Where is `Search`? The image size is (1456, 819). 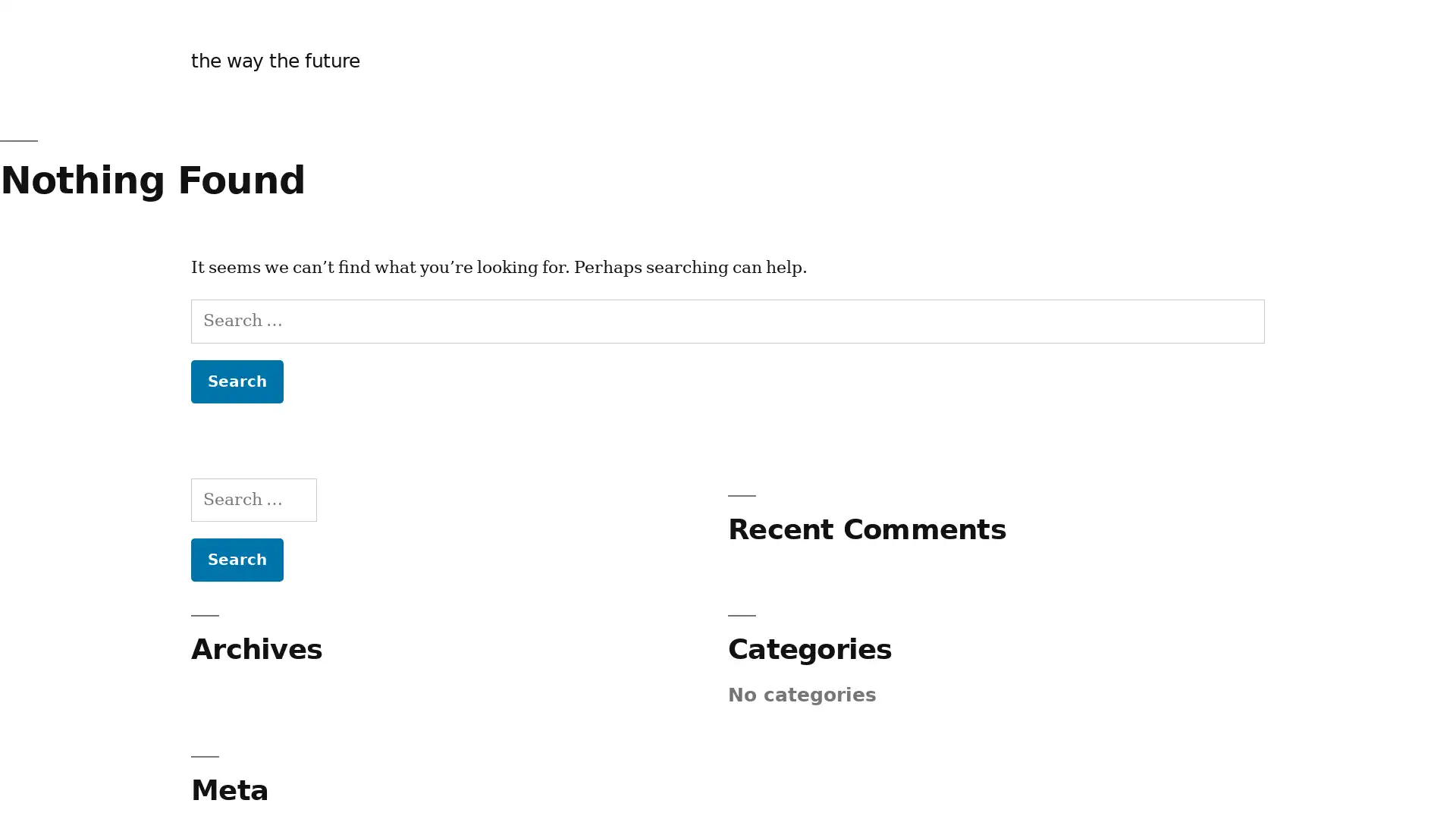 Search is located at coordinates (236, 380).